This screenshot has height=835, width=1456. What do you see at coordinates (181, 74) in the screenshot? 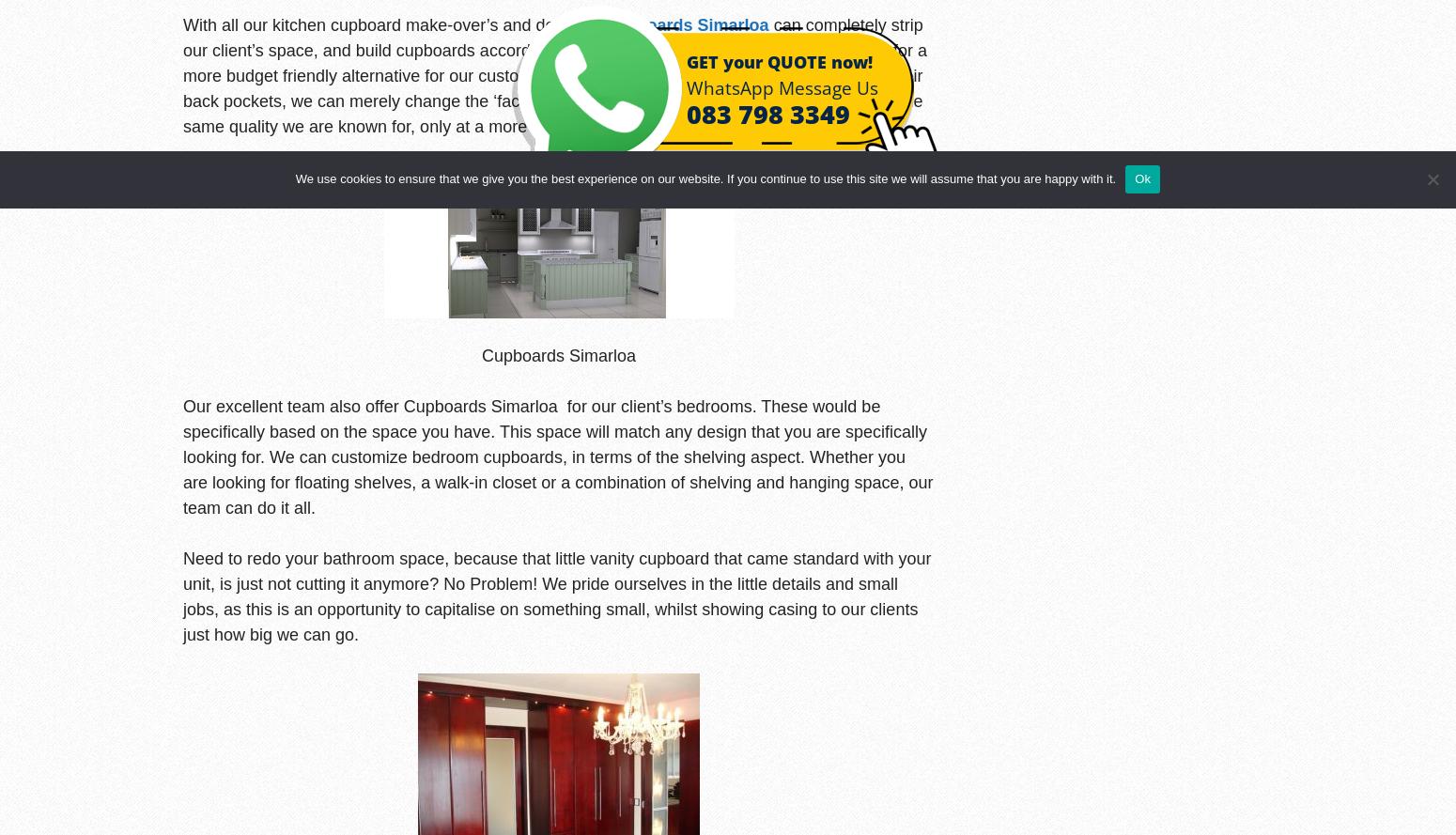
I see `'can completely strip our client’s space, and build cupboards according to new measurements, style and colours. Or for a more budget friendly alternative for our customers who are looking for quality without breaking their back pockets, we can merely change the ‘face’ of their existing cupboards. This option provides the same quality we are known for, only at a more affordable alternative.'` at bounding box center [181, 74].